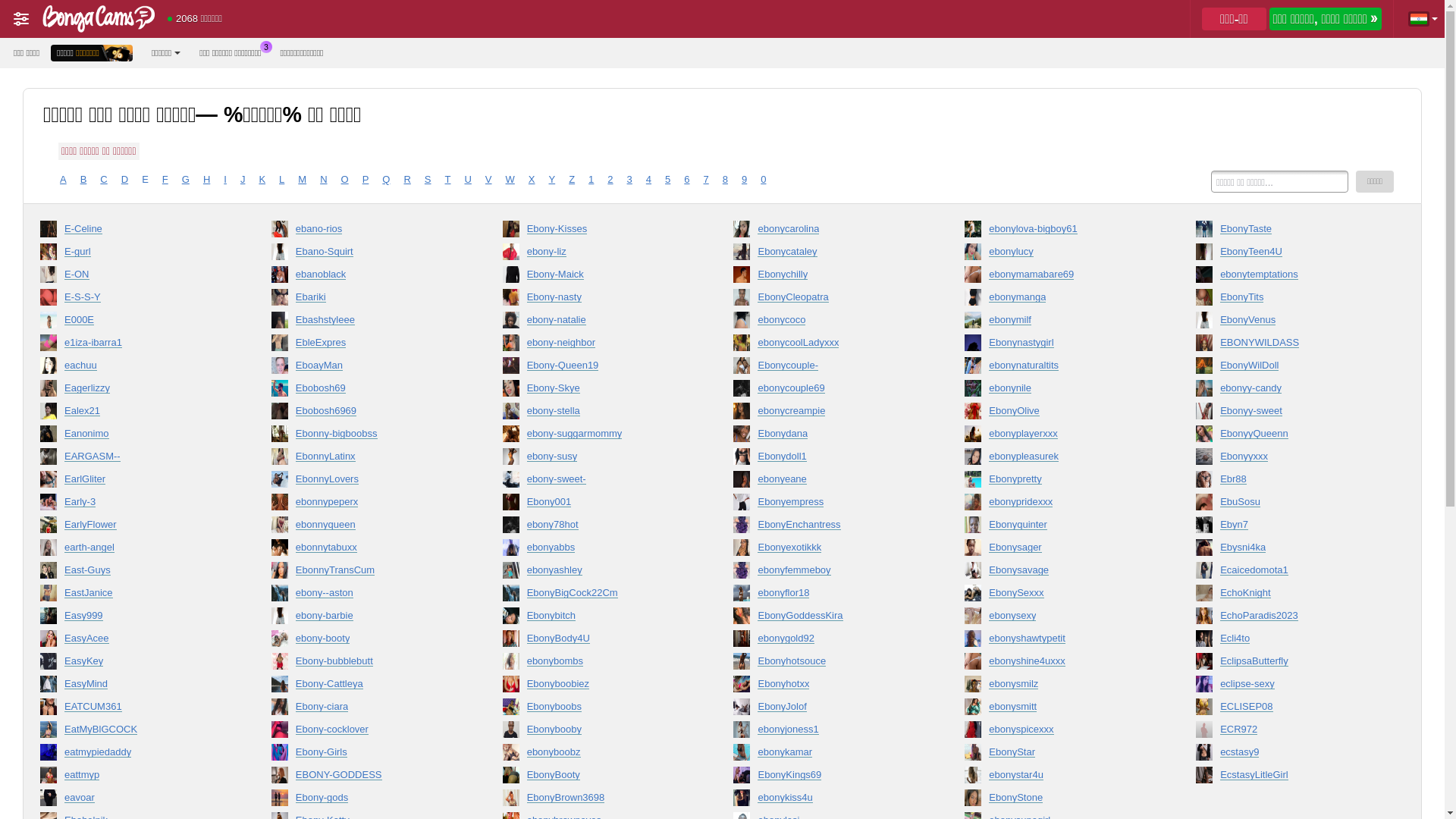 The height and width of the screenshot is (819, 1456). What do you see at coordinates (365, 731) in the screenshot?
I see `'Ebony-cocklover'` at bounding box center [365, 731].